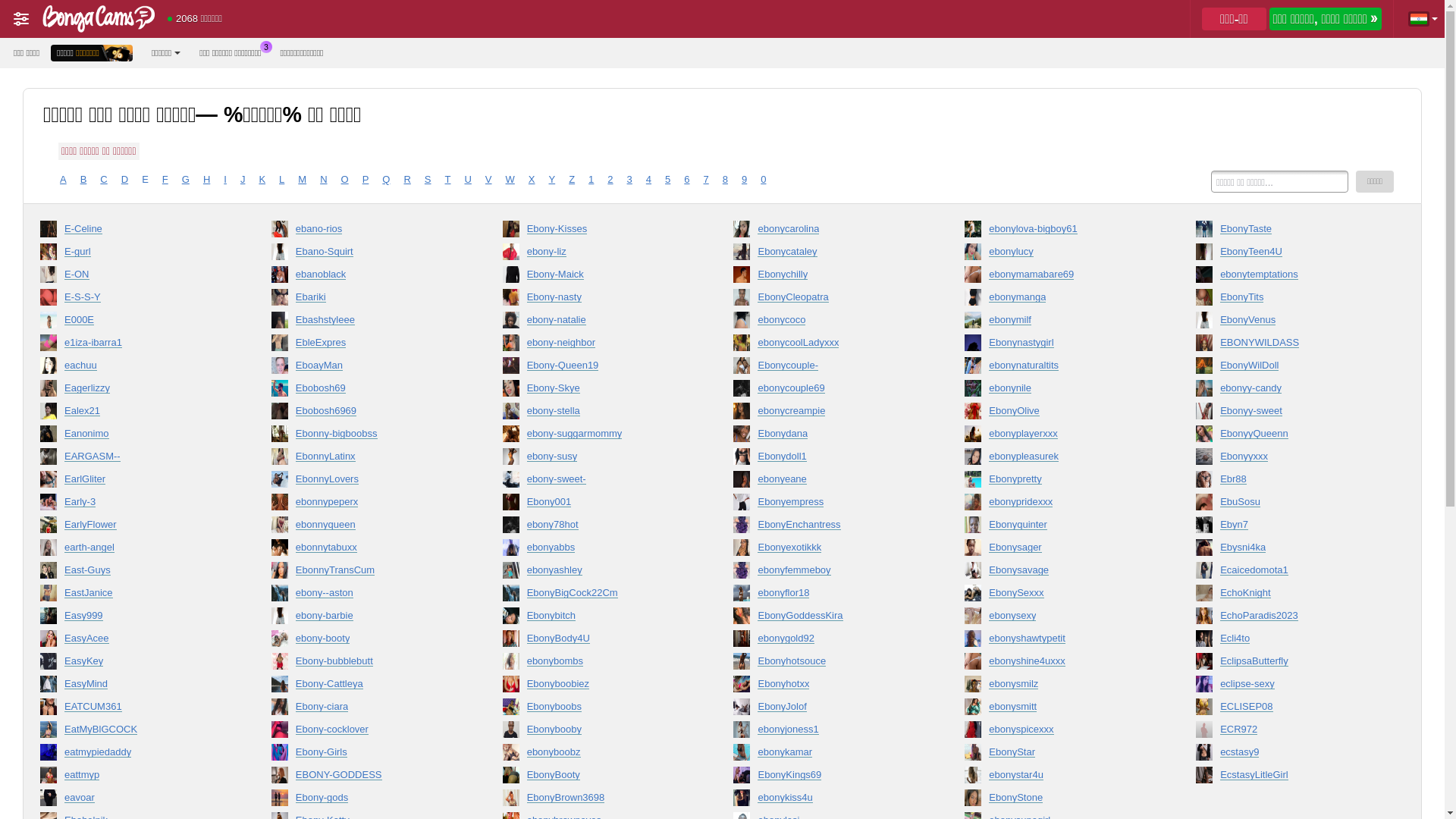 The height and width of the screenshot is (819, 1456). What do you see at coordinates (365, 731) in the screenshot?
I see `'Ebony-cocklover'` at bounding box center [365, 731].